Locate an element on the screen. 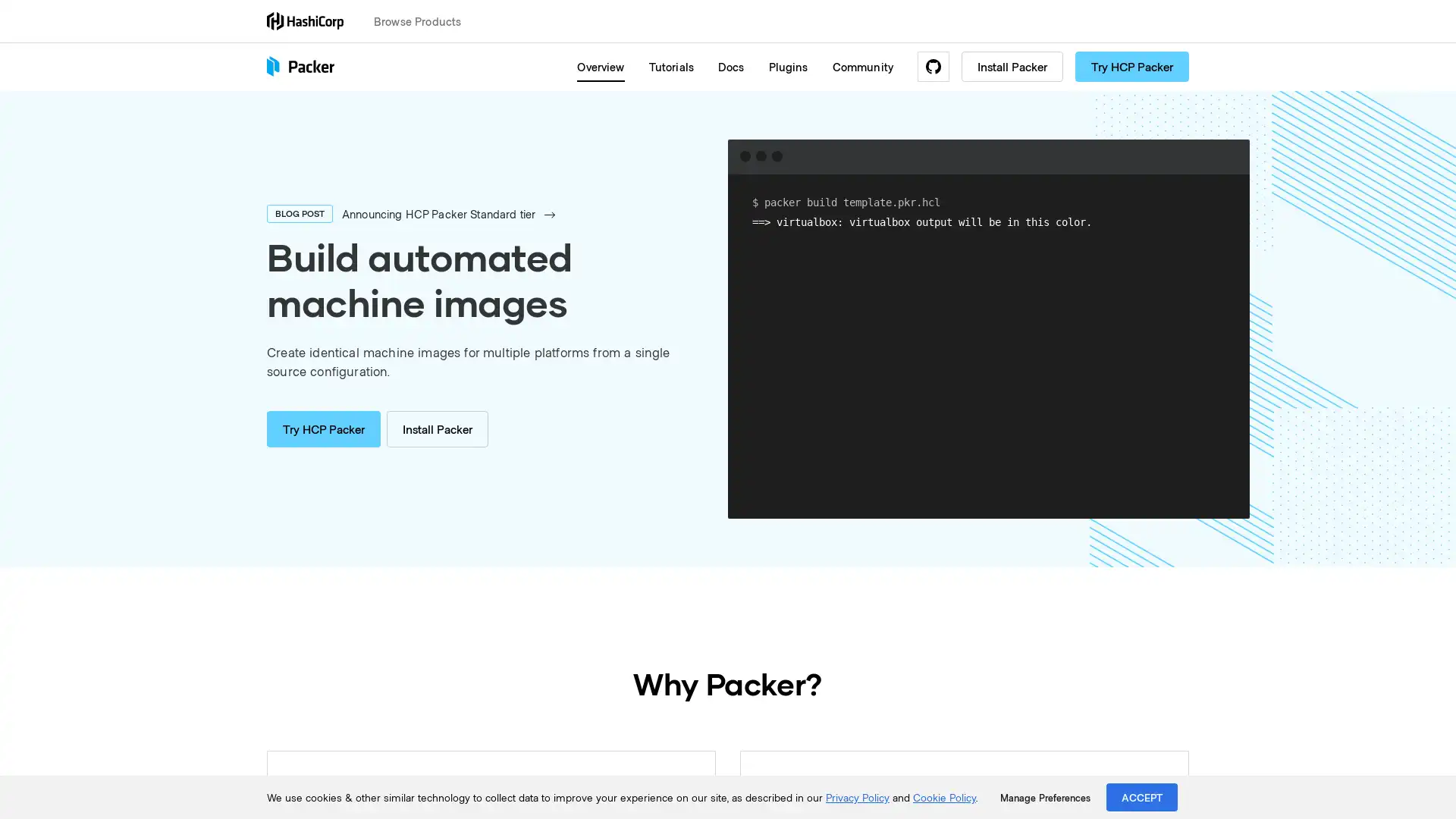 Image resolution: width=1456 pixels, height=819 pixels. ACCEPT is located at coordinates (1142, 796).